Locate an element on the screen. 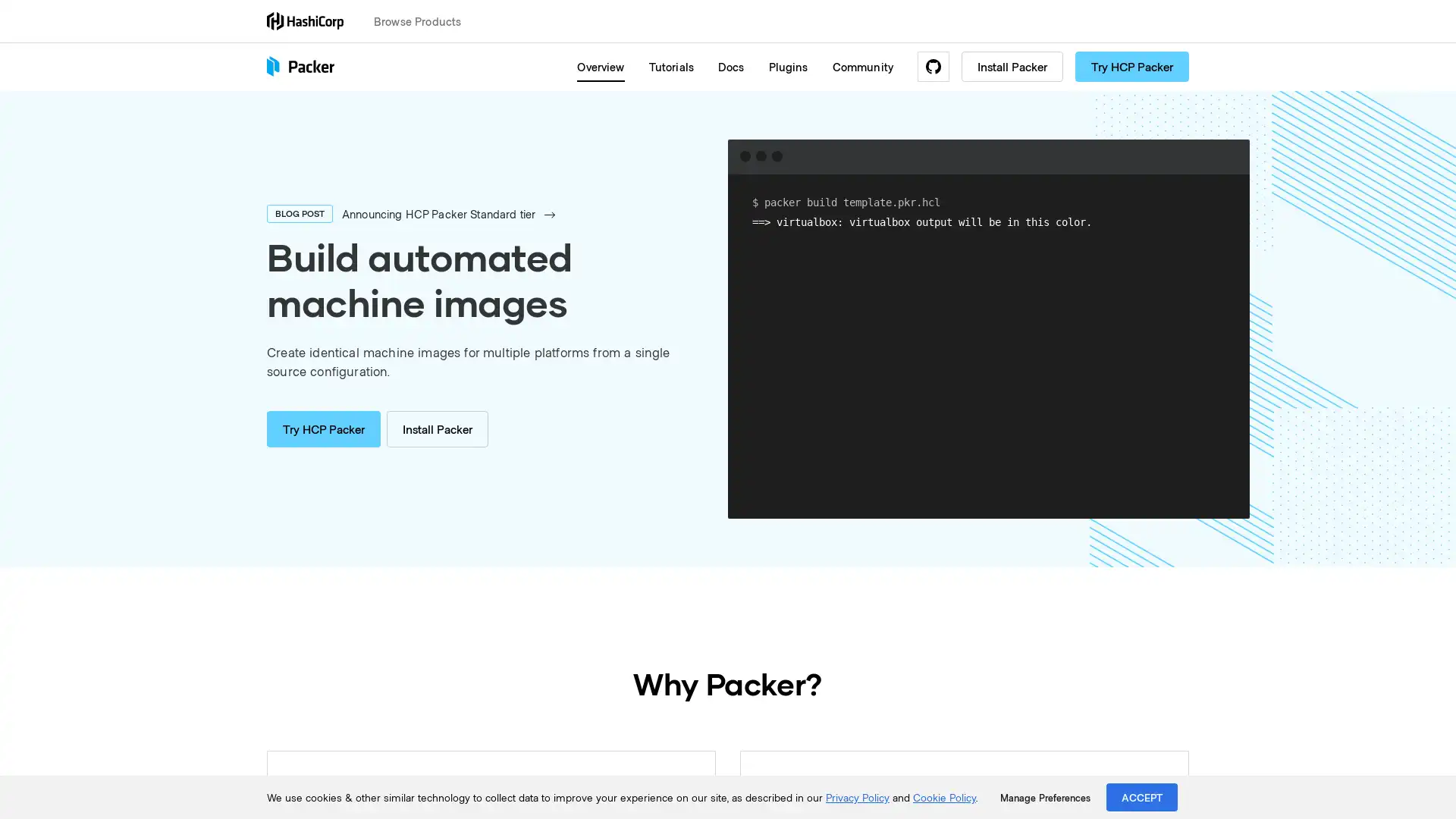 Image resolution: width=1456 pixels, height=819 pixels. ACCEPT is located at coordinates (1142, 796).